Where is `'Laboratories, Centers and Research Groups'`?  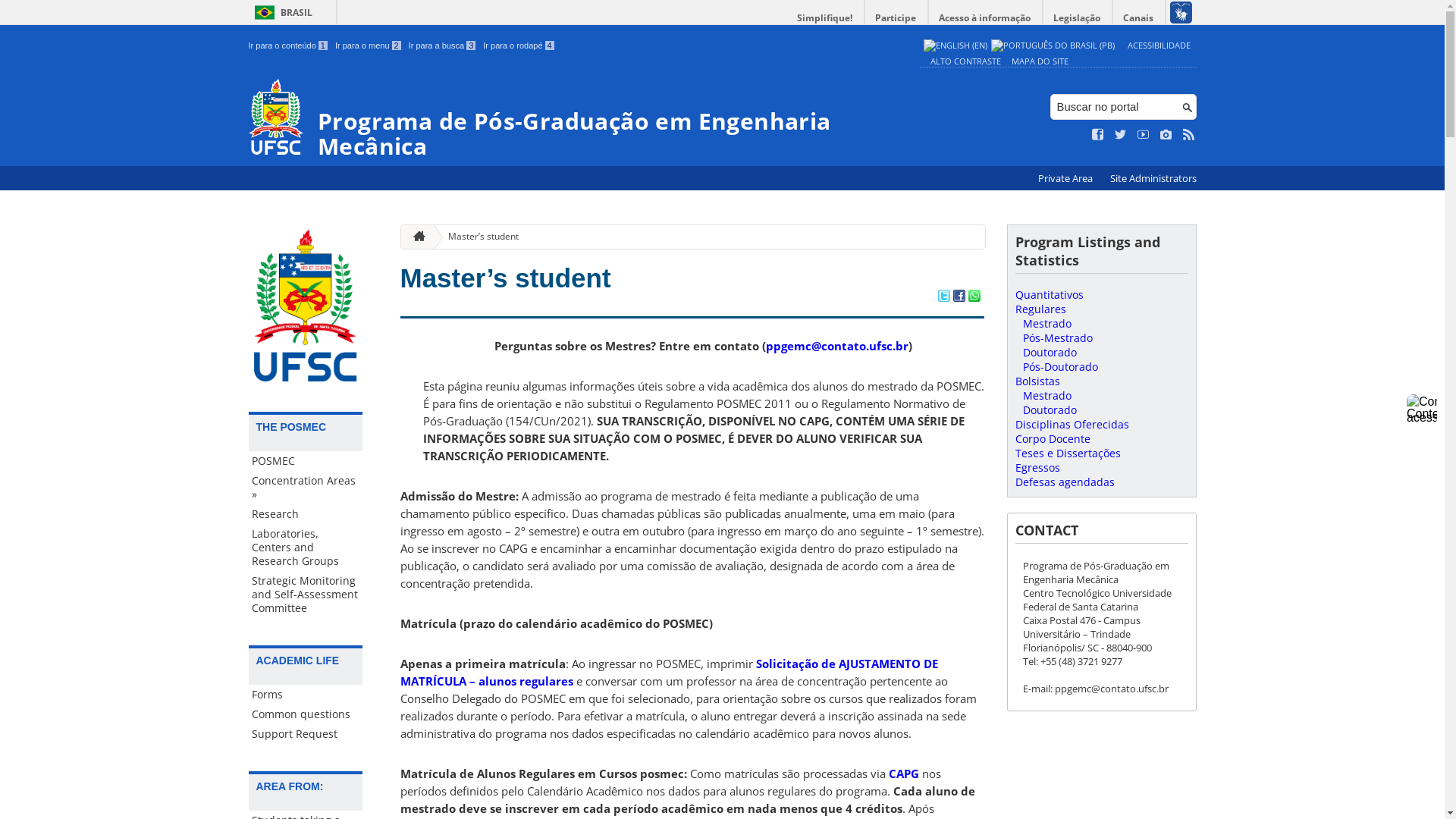 'Laboratories, Centers and Research Groups' is located at coordinates (248, 547).